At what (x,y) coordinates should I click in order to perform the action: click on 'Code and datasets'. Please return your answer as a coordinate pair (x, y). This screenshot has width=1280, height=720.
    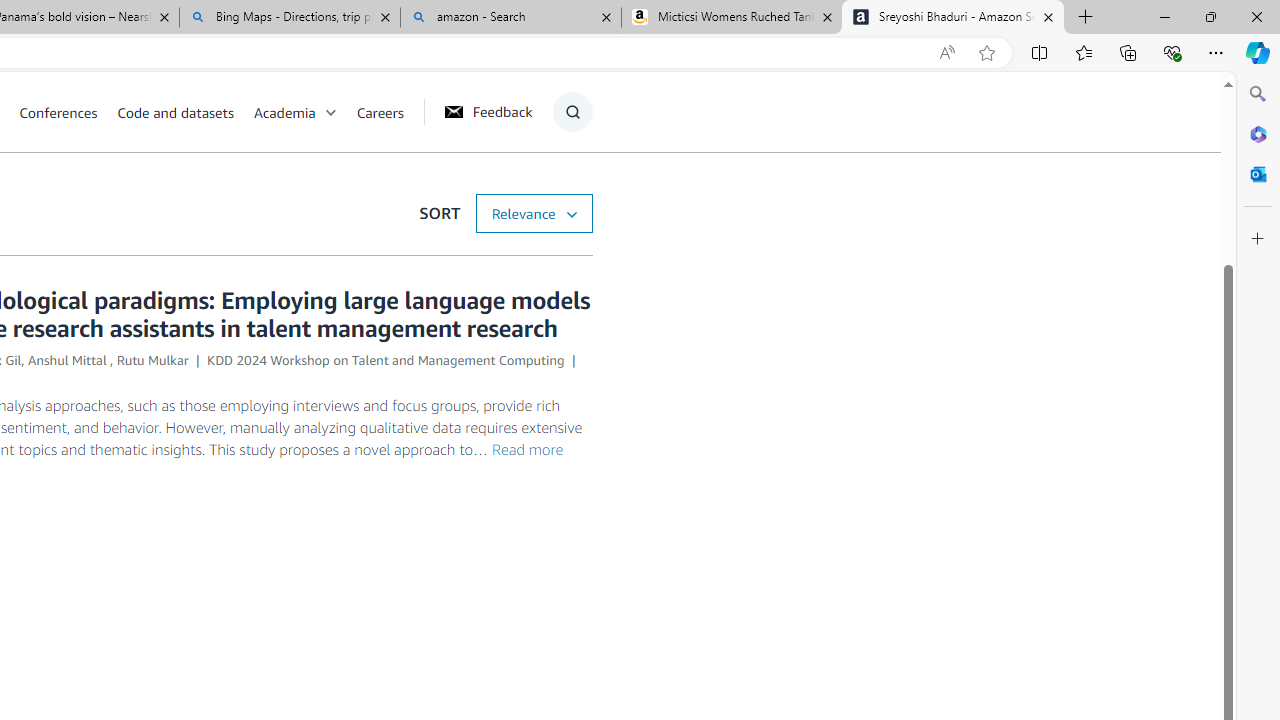
    Looking at the image, I should click on (184, 111).